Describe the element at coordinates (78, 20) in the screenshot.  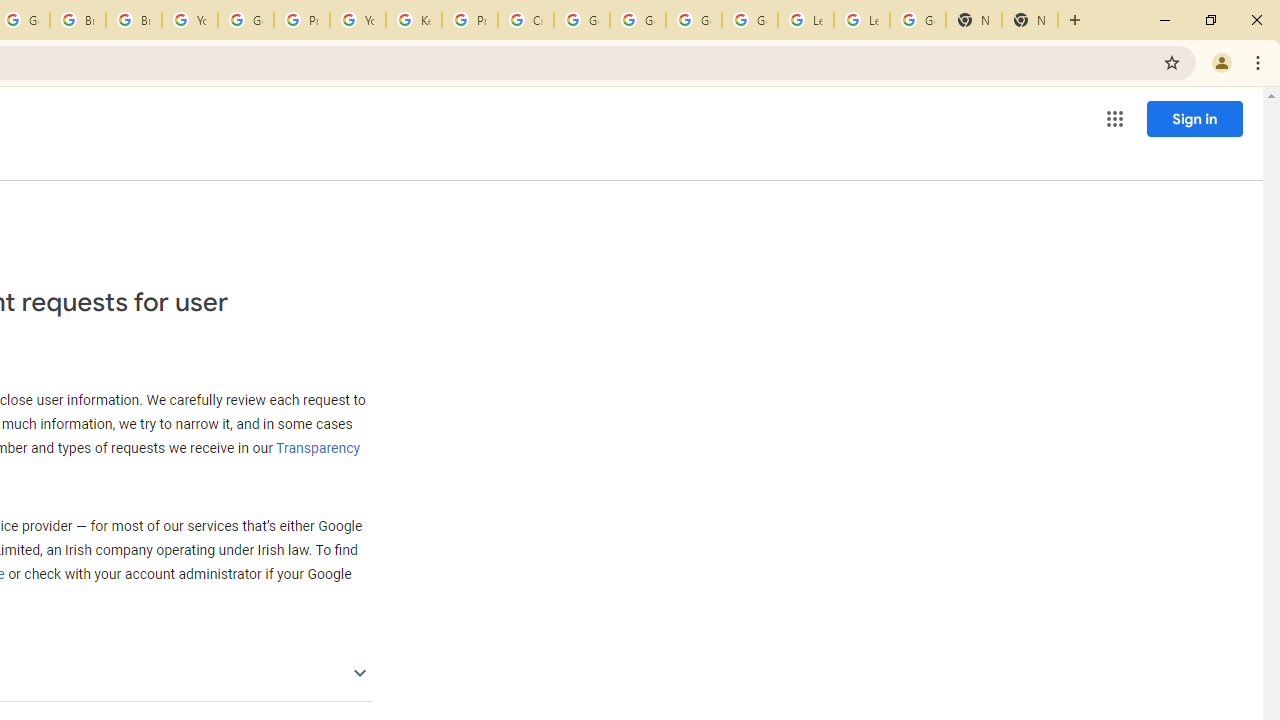
I see `'Brand Resource Center'` at that location.